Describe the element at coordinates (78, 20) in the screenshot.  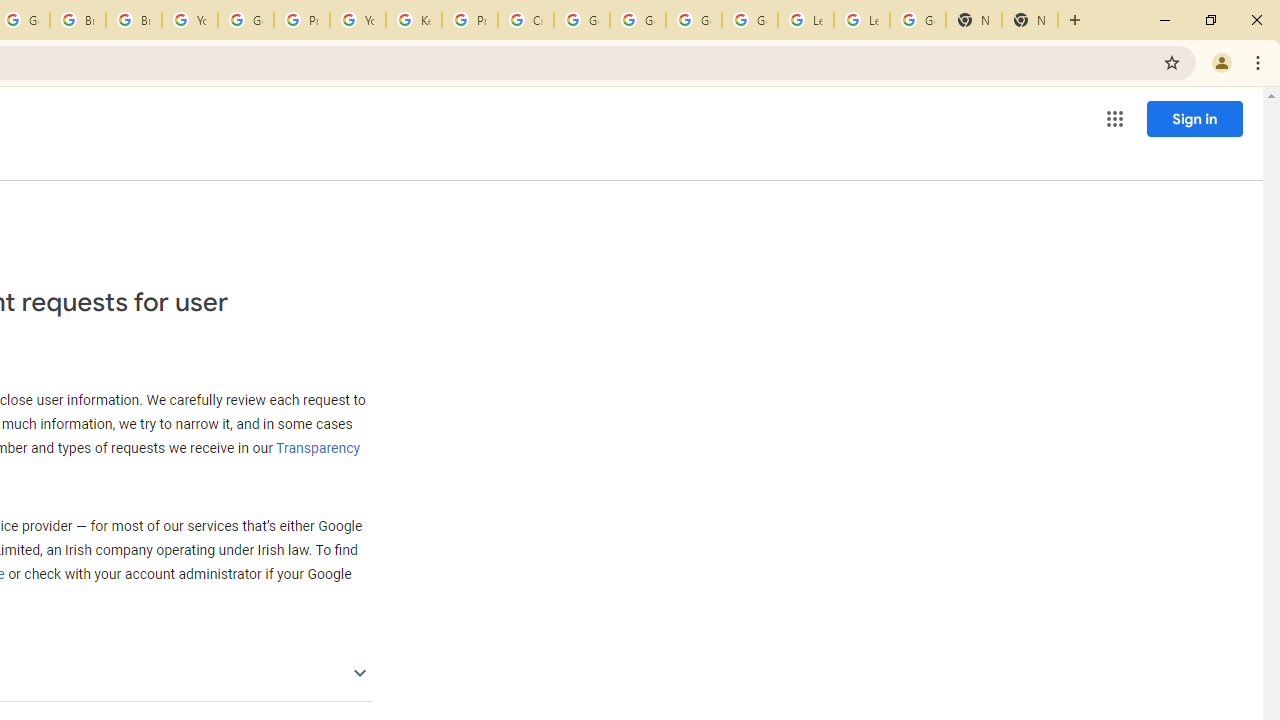
I see `'Brand Resource Center'` at that location.